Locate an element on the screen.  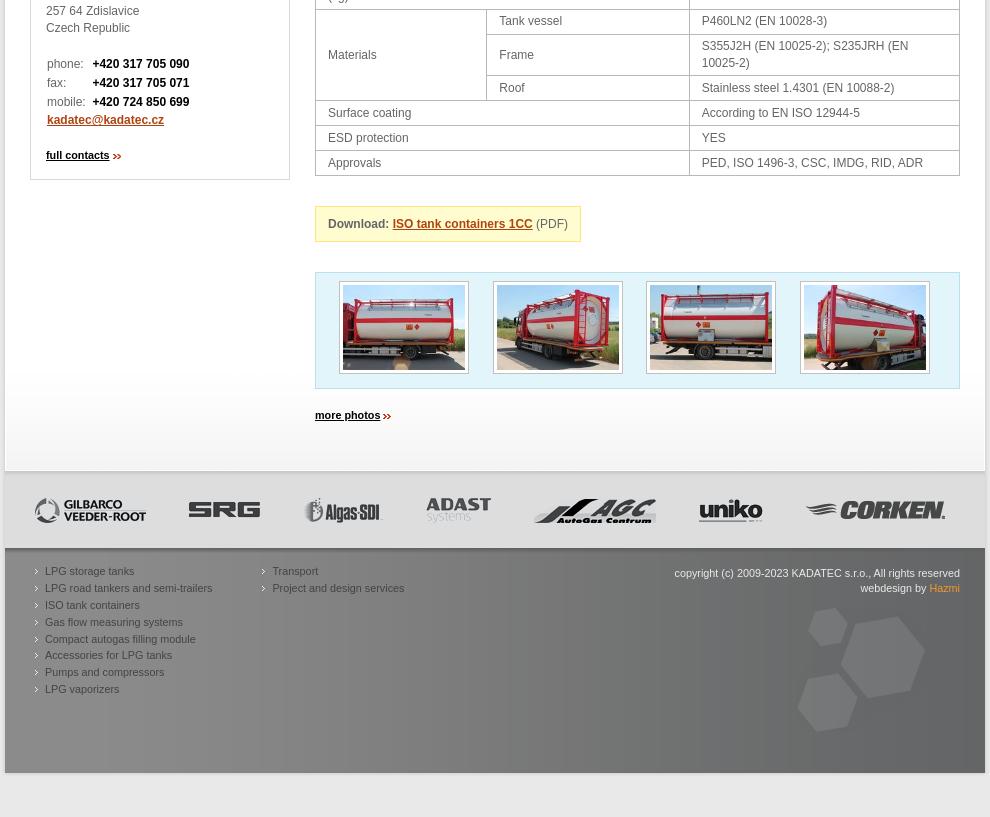
'S355J2H  (EN 10025-2); S235JRH (EN 10025-2)' is located at coordinates (700, 53).